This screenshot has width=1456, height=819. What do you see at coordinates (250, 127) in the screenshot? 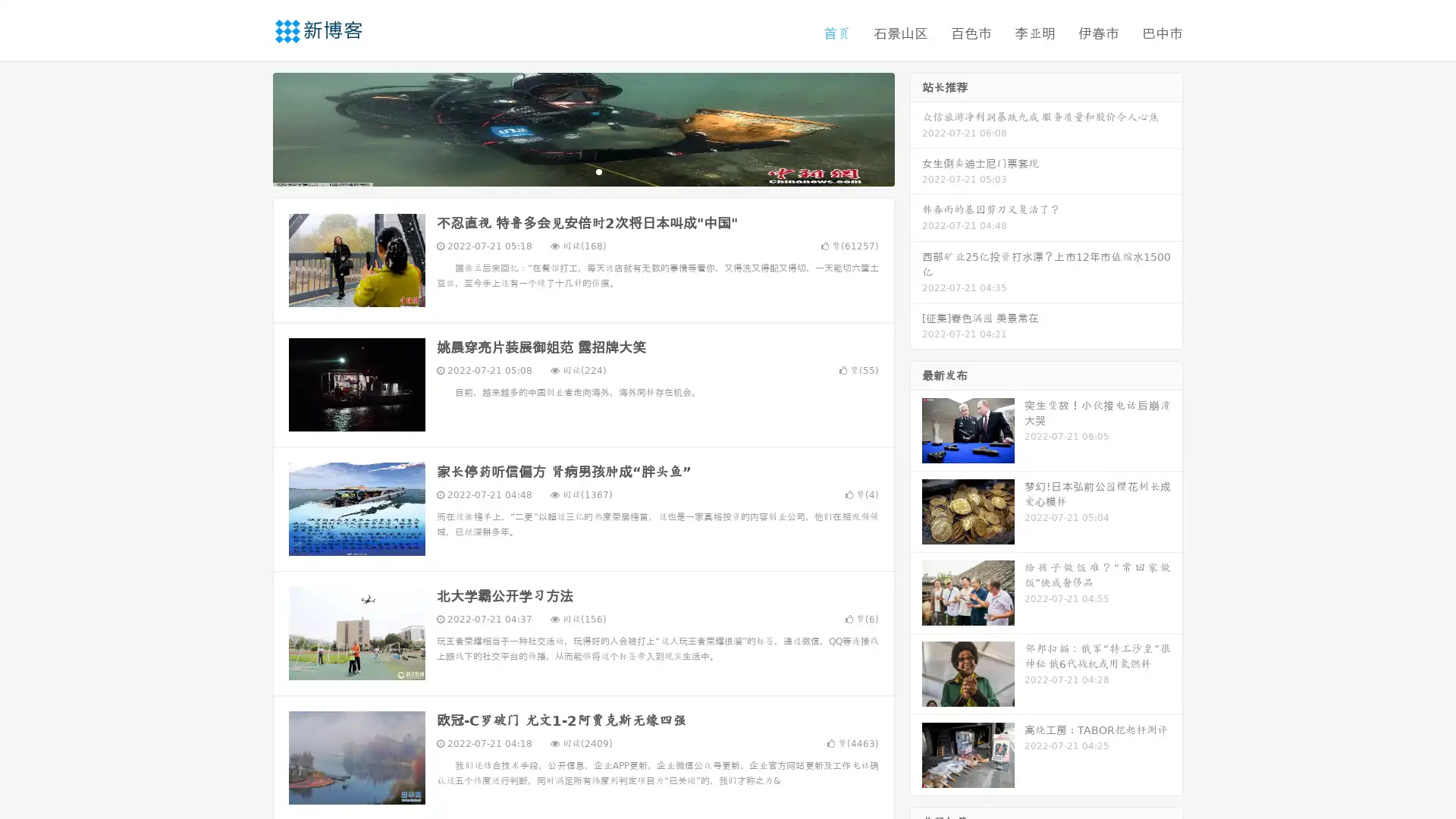
I see `Previous slide` at bounding box center [250, 127].